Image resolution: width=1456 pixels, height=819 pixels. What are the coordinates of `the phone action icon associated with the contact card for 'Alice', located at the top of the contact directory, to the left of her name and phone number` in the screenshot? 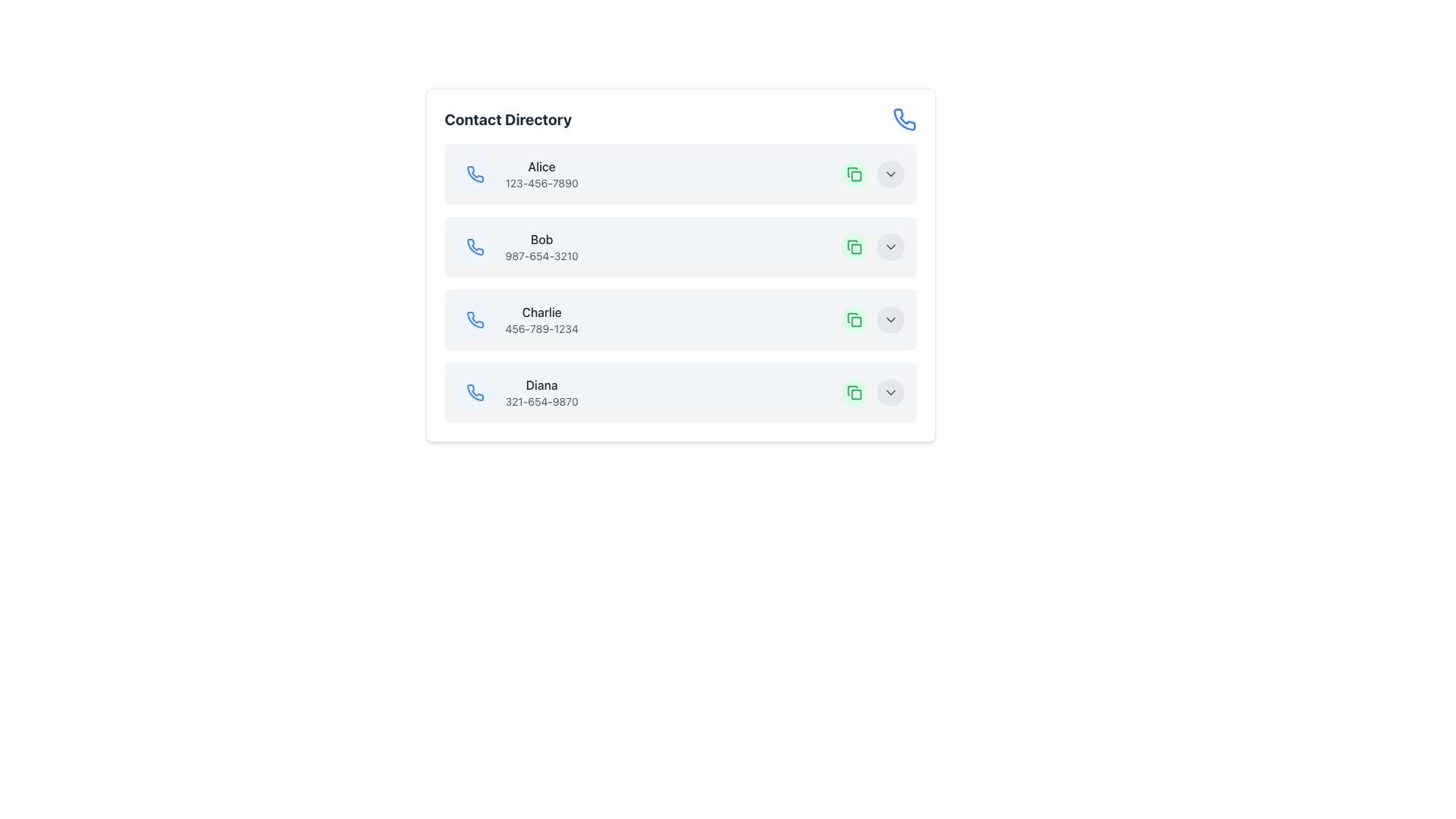 It's located at (474, 173).